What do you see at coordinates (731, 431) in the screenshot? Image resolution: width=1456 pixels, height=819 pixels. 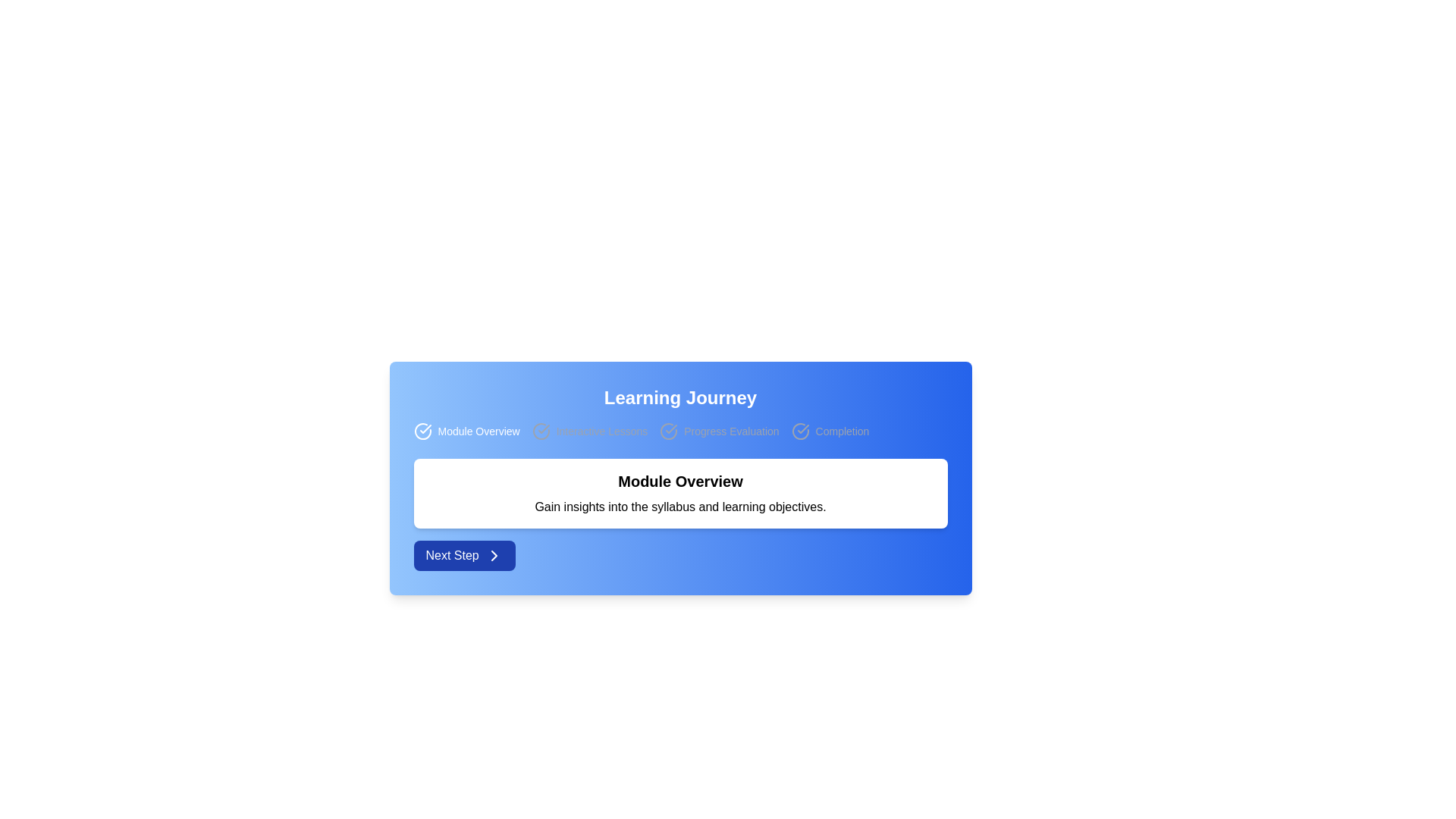 I see `the 'Progress Evaluation' text label, which is the third text element in a row of progress markers, styled in light gray and positioned beneath the 'Learning Journey' title` at bounding box center [731, 431].